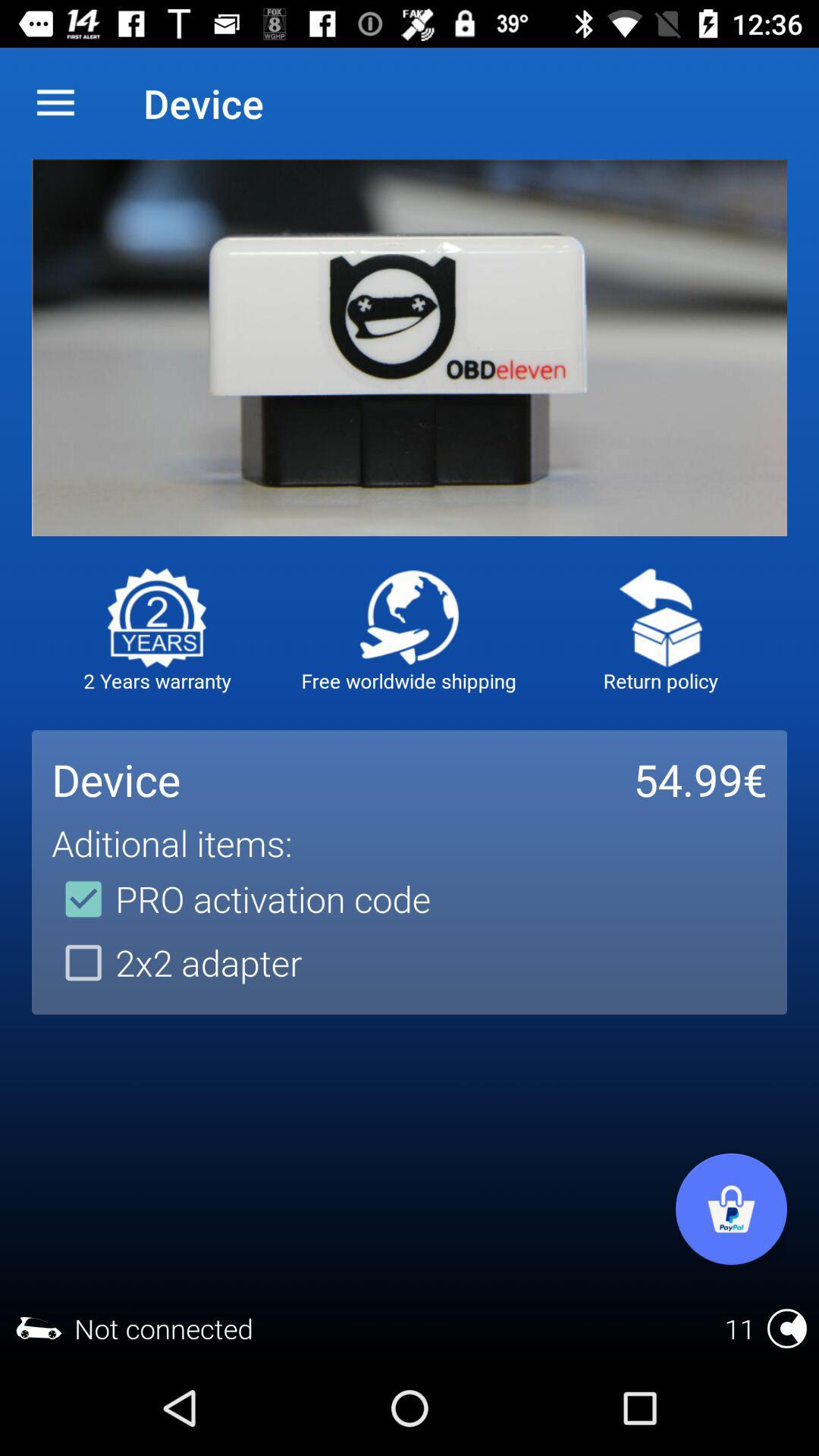  I want to click on payment option paypal button ordering, so click(730, 1208).